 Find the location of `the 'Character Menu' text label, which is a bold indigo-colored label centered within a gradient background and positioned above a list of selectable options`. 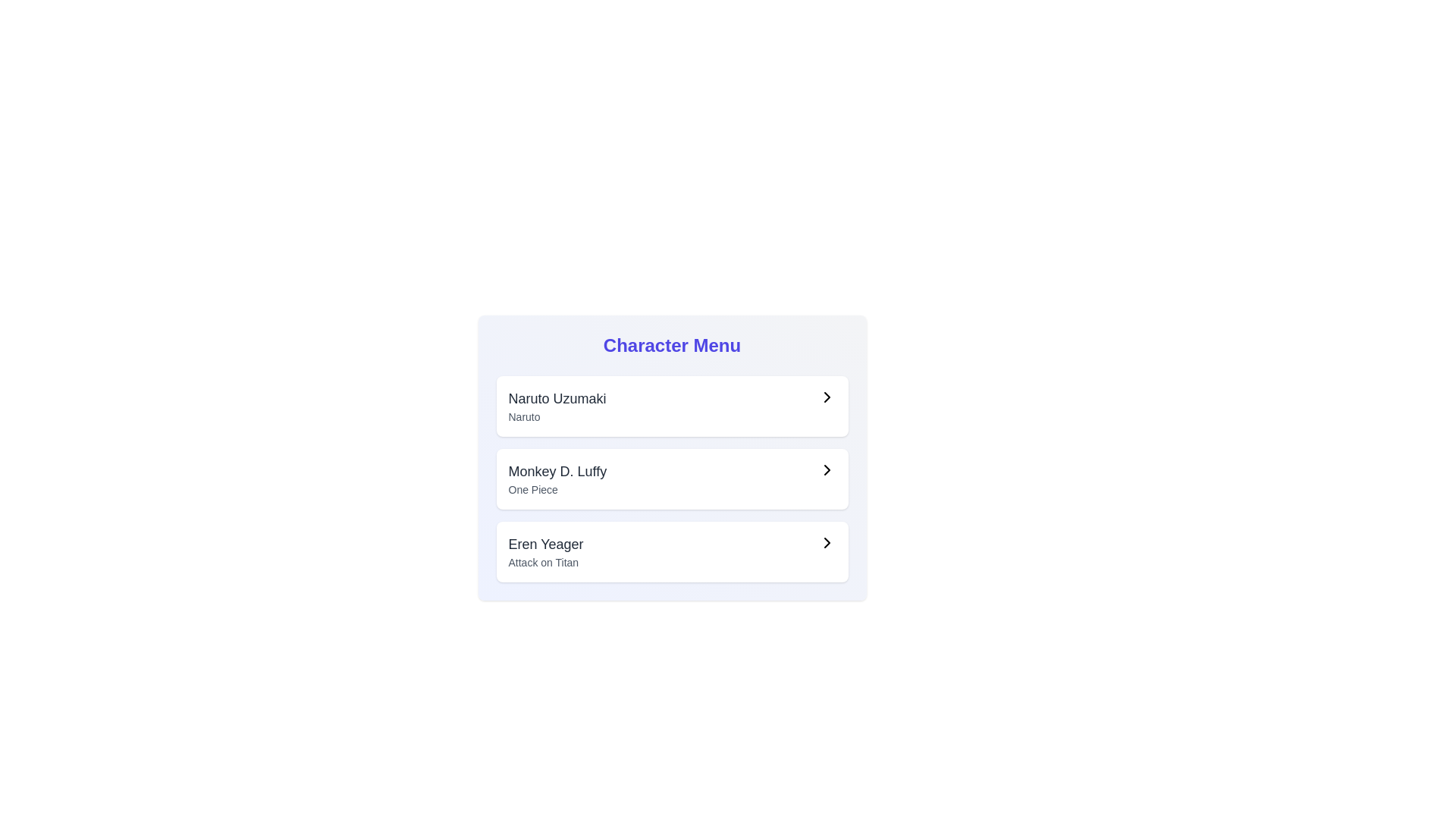

the 'Character Menu' text label, which is a bold indigo-colored label centered within a gradient background and positioned above a list of selectable options is located at coordinates (671, 345).